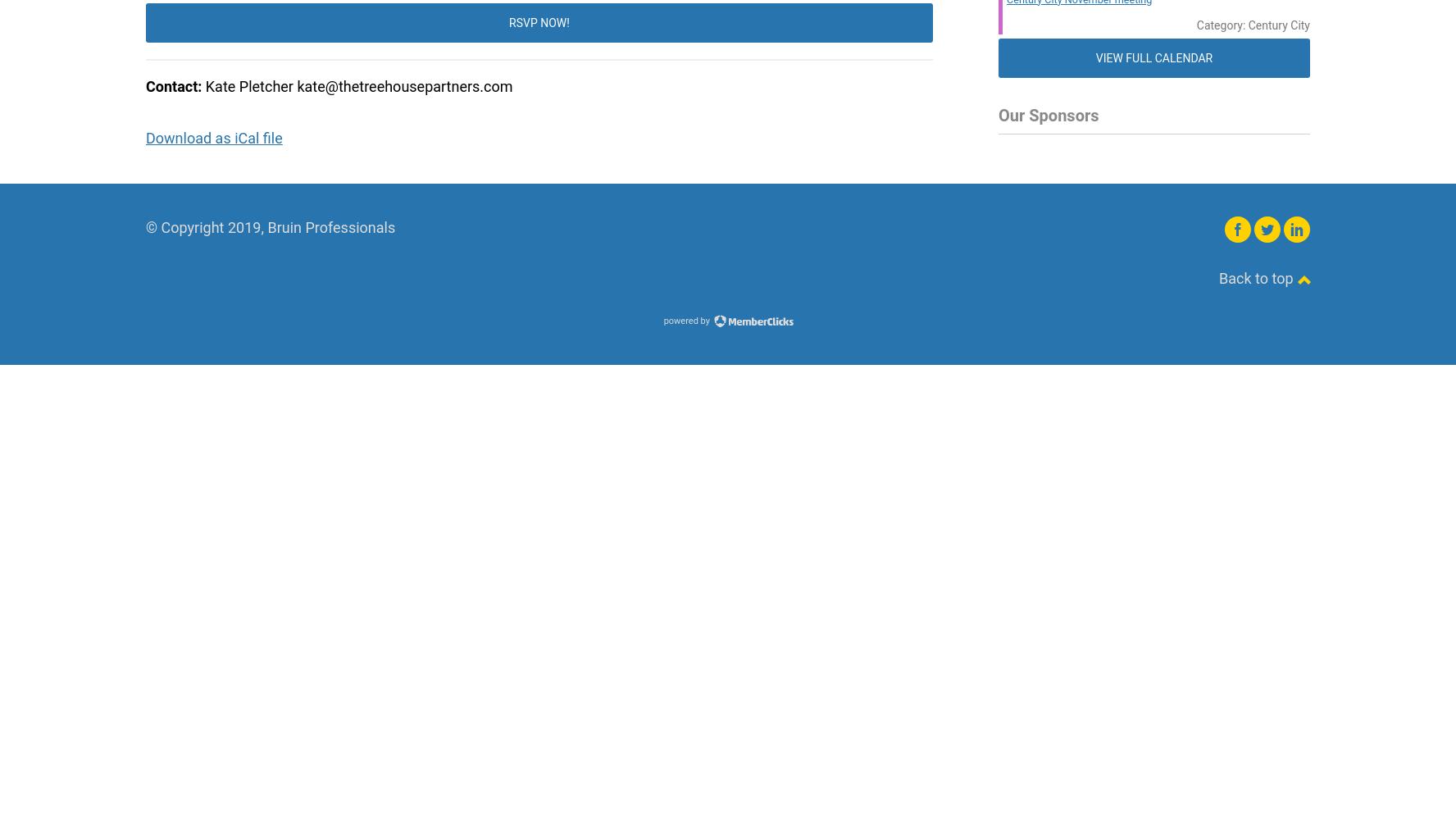  I want to click on 'View Full Calendar', so click(1094, 57).